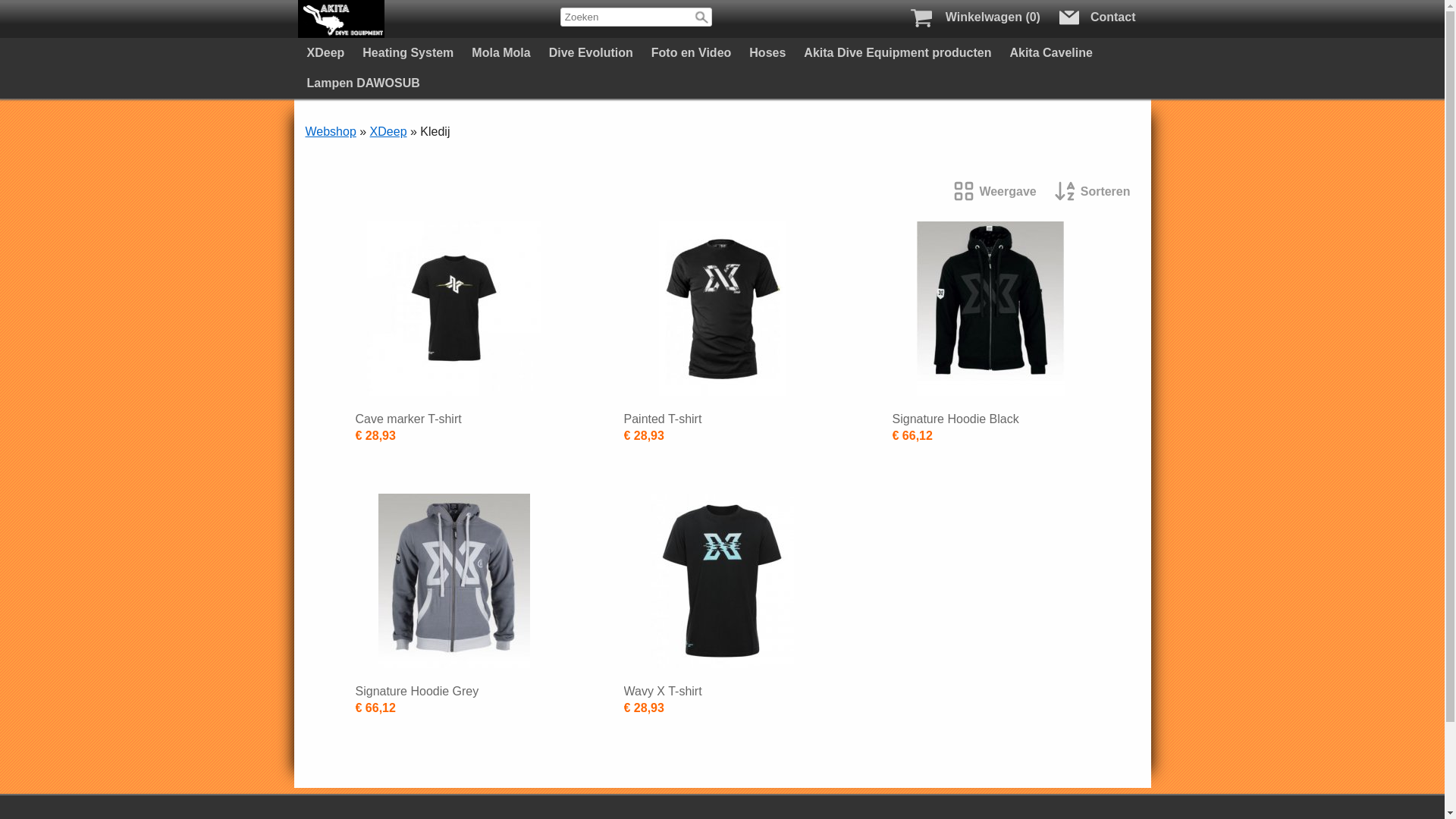  Describe the element at coordinates (994, 192) in the screenshot. I see `'Weergave'` at that location.